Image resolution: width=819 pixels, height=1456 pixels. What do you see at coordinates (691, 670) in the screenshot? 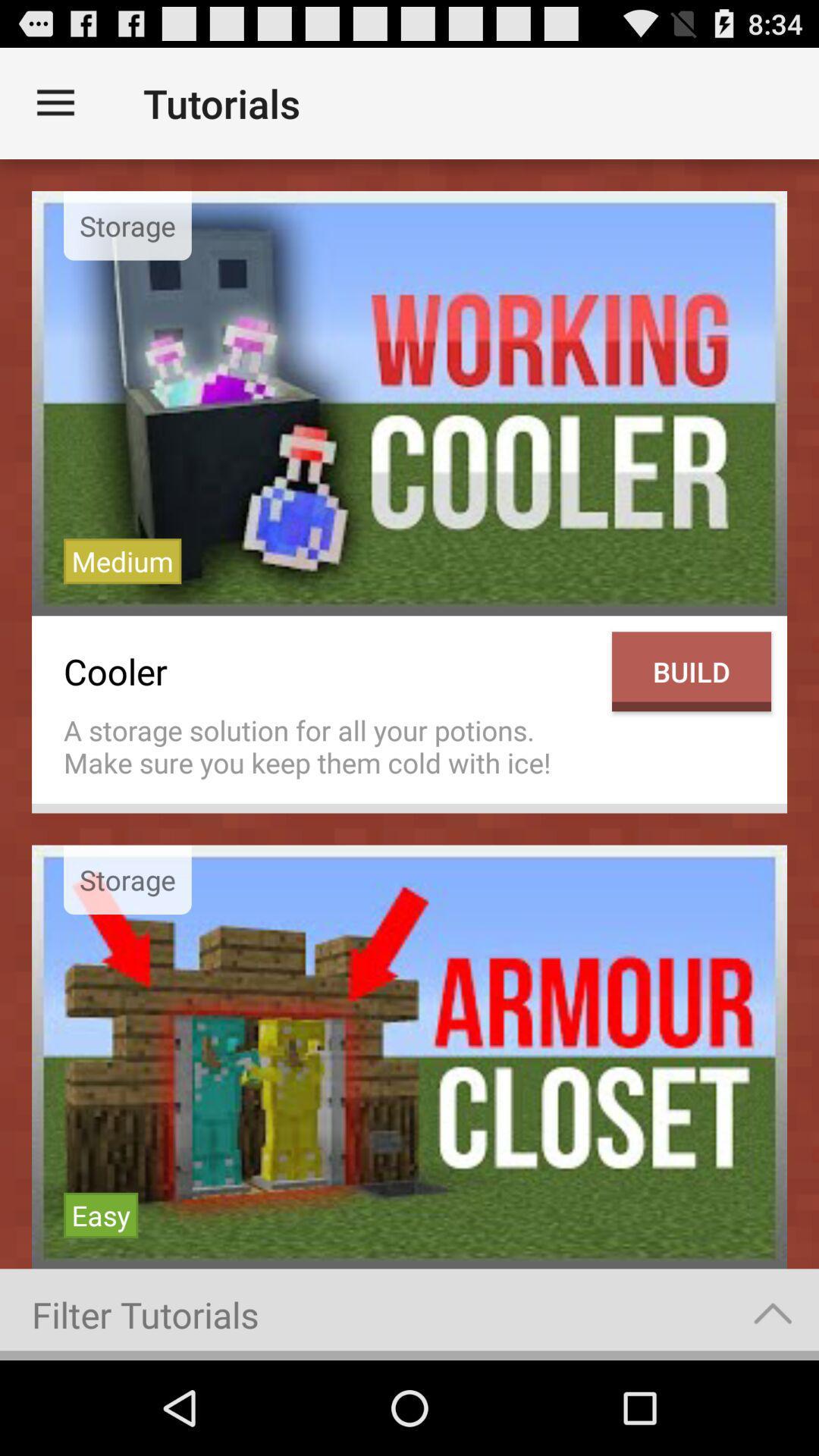
I see `the build on the right` at bounding box center [691, 670].